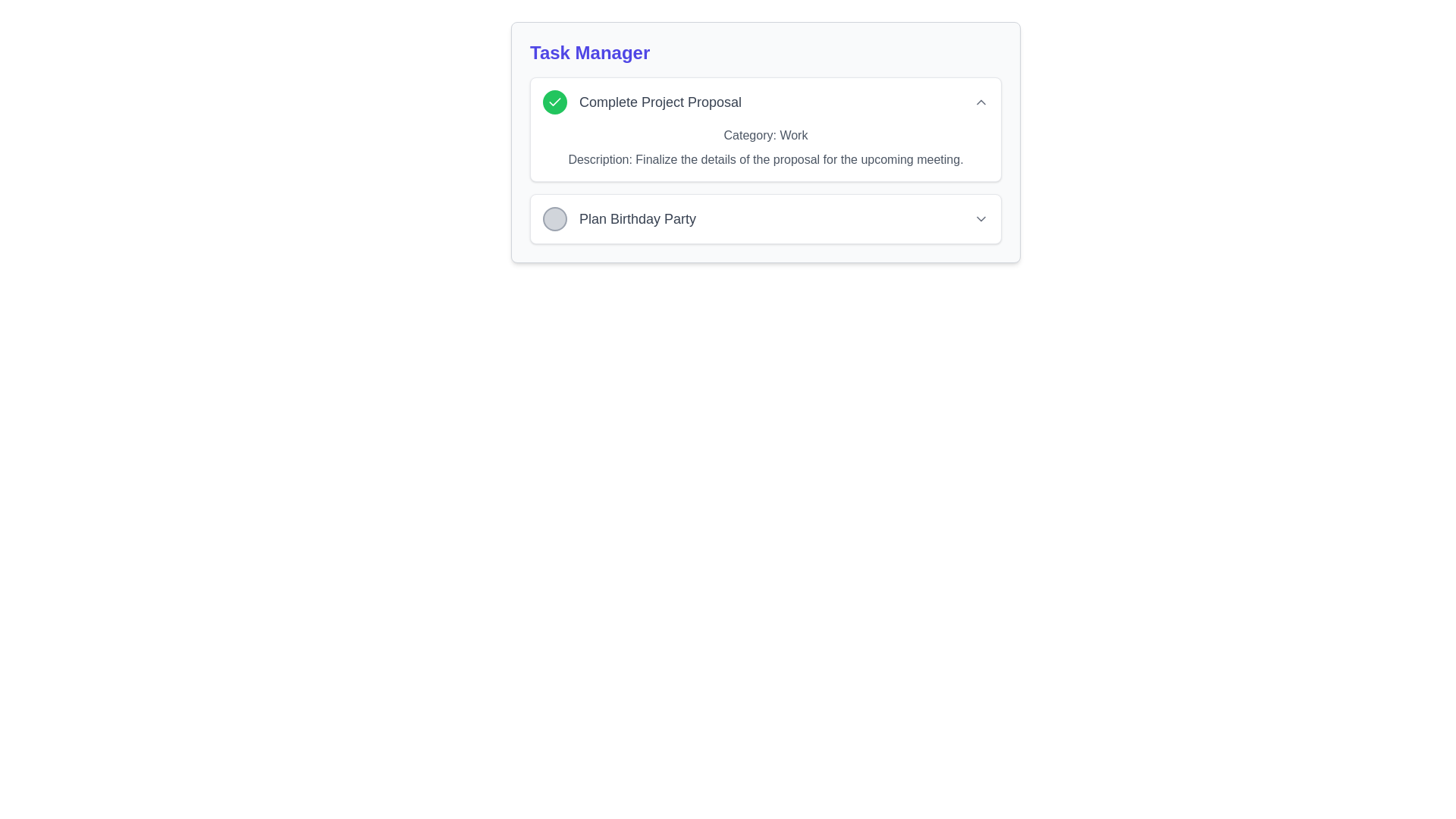 The image size is (1456, 819). I want to click on the text label displaying 'Complete Project Proposal', which is styled with medium-sized, bold gray text and is located within the task description card in the 'Task Manager' section, so click(661, 102).